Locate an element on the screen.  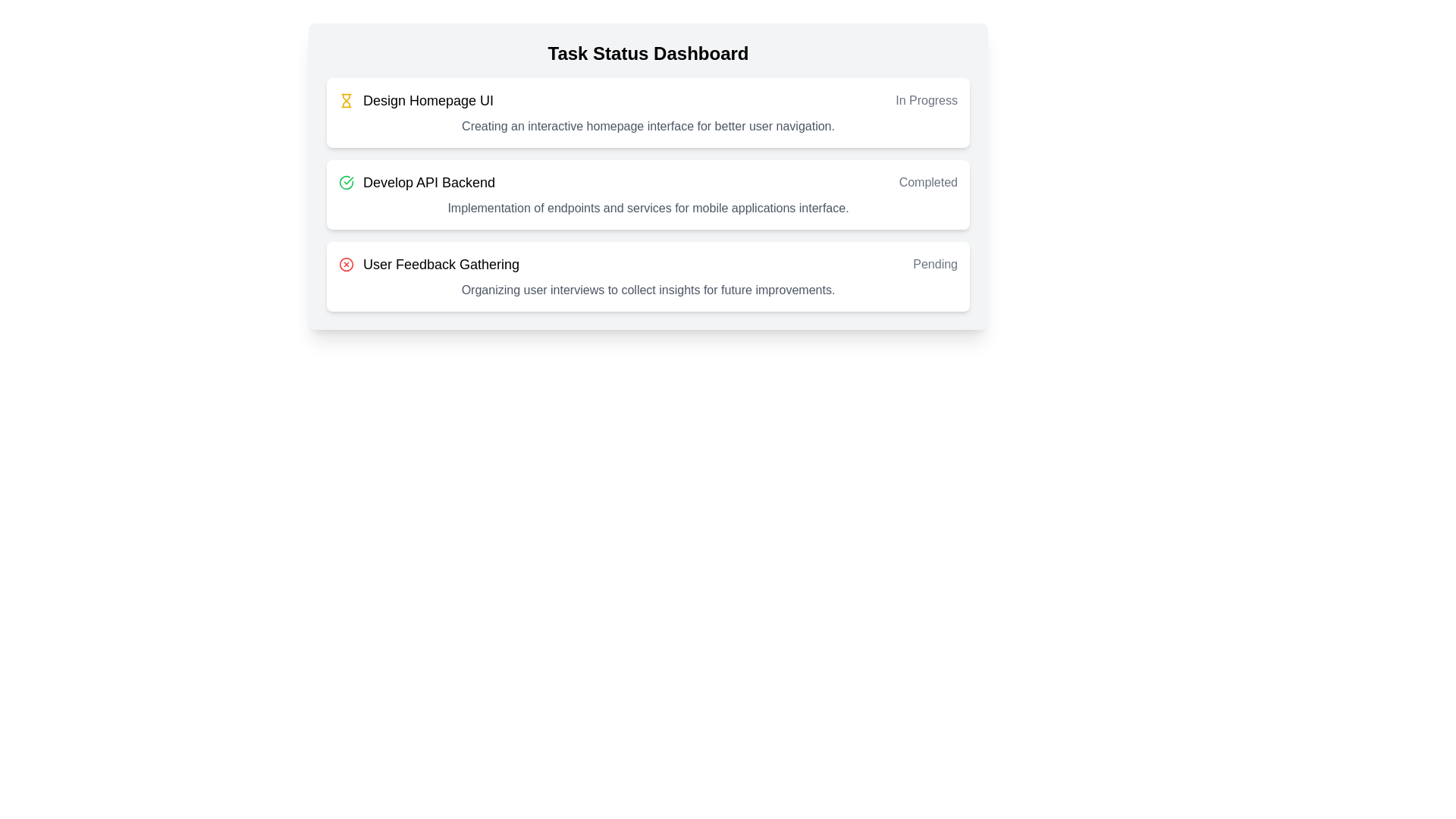
the text label indicating the status of the corresponding task, which is marked as 'Completed' and is located within the second task card adjacent to the task title 'Develop API Backend' is located at coordinates (927, 181).